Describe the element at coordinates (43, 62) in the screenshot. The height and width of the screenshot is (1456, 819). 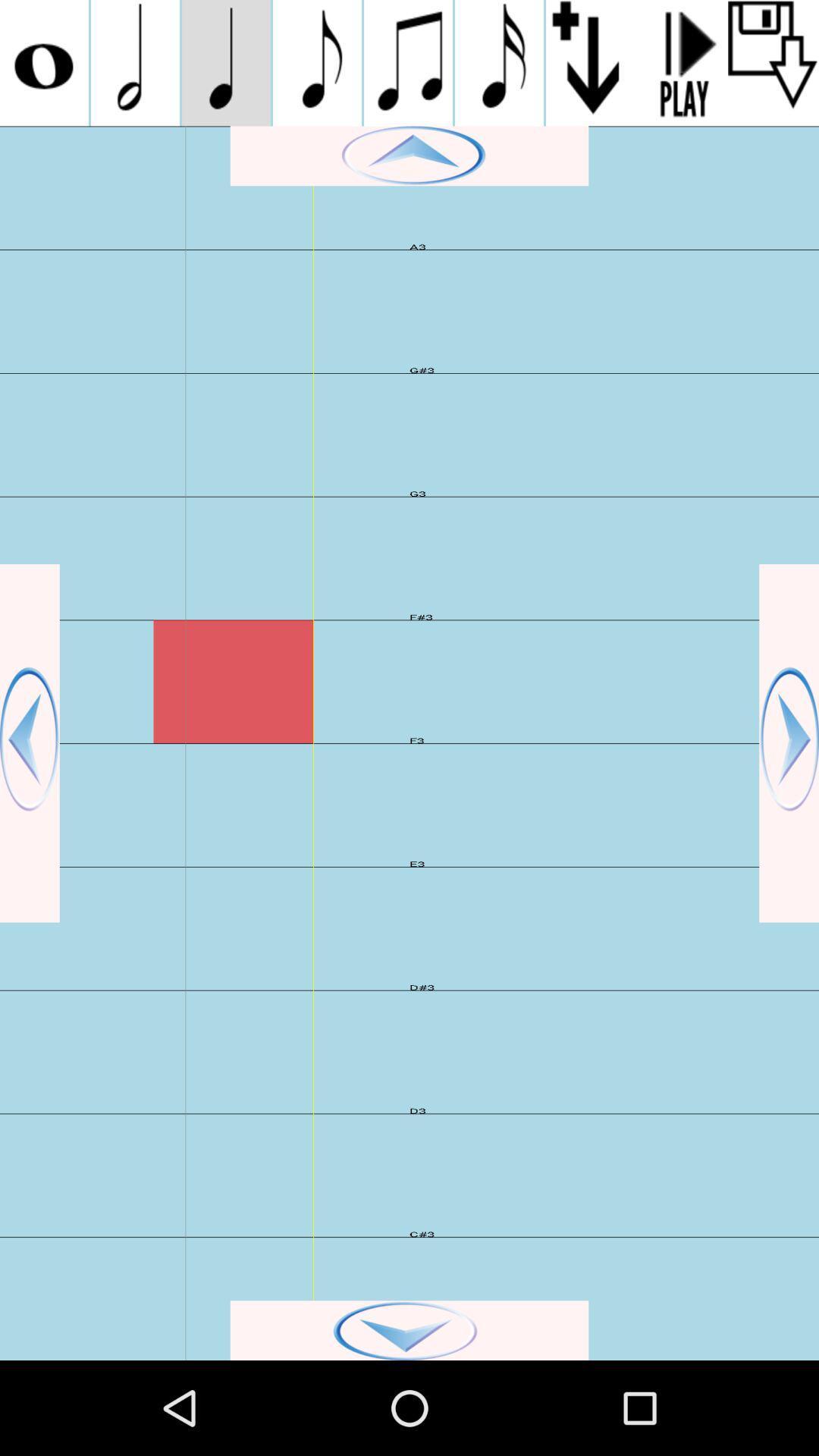
I see `note` at that location.